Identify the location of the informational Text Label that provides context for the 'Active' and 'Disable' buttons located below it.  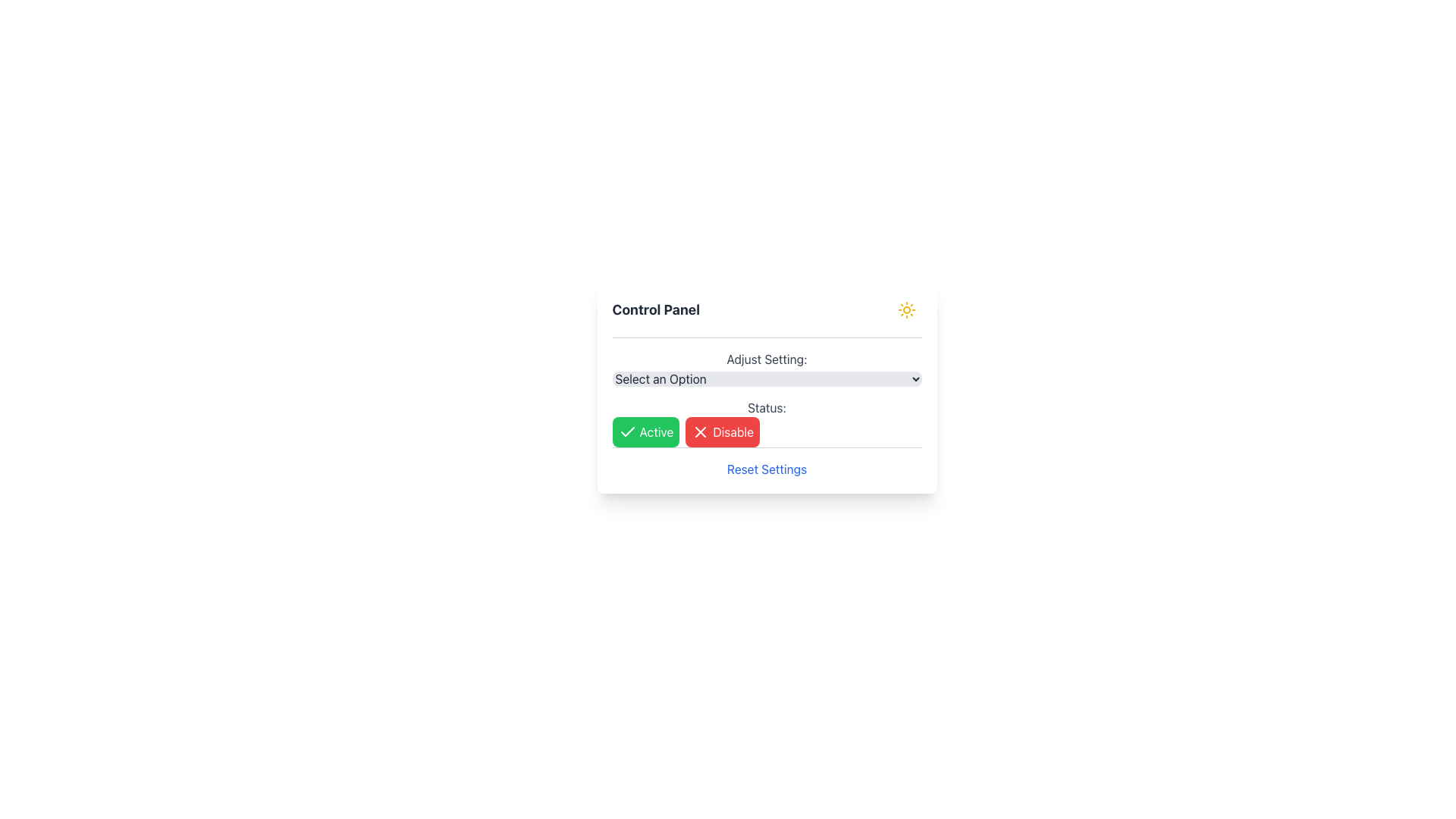
(767, 406).